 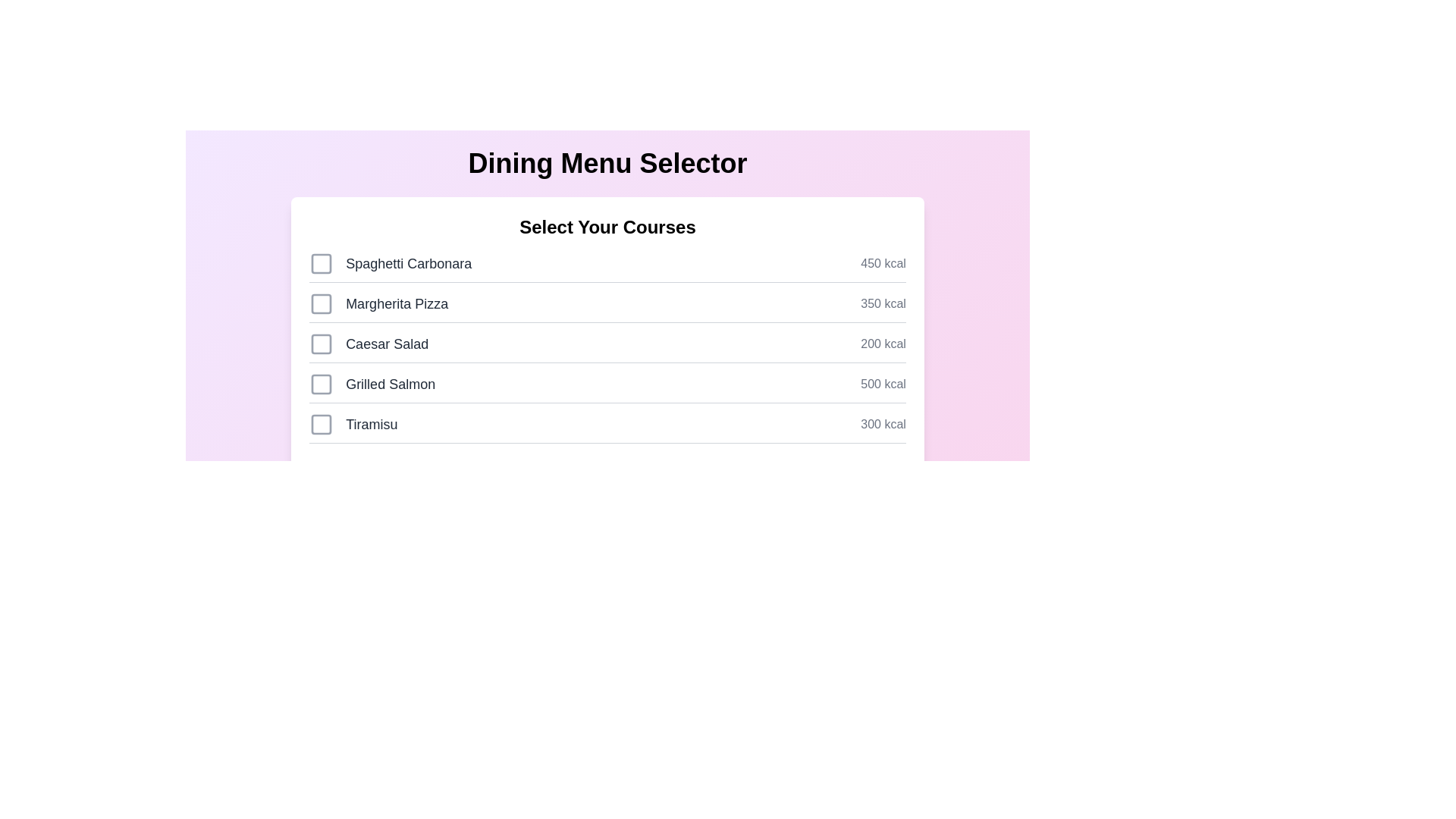 What do you see at coordinates (883, 344) in the screenshot?
I see `the calorie information for Caesar Salad` at bounding box center [883, 344].